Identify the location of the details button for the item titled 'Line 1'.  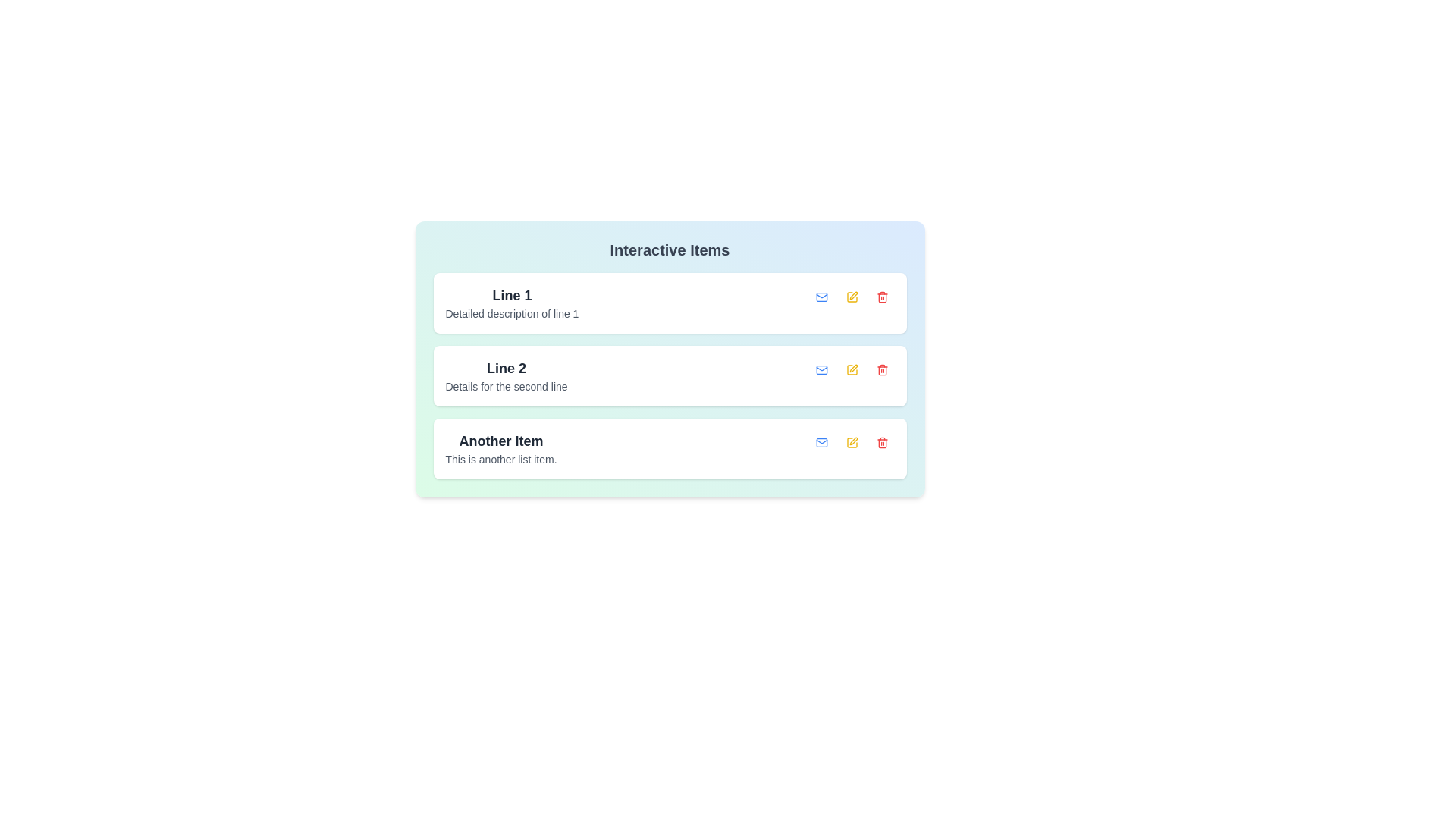
(821, 297).